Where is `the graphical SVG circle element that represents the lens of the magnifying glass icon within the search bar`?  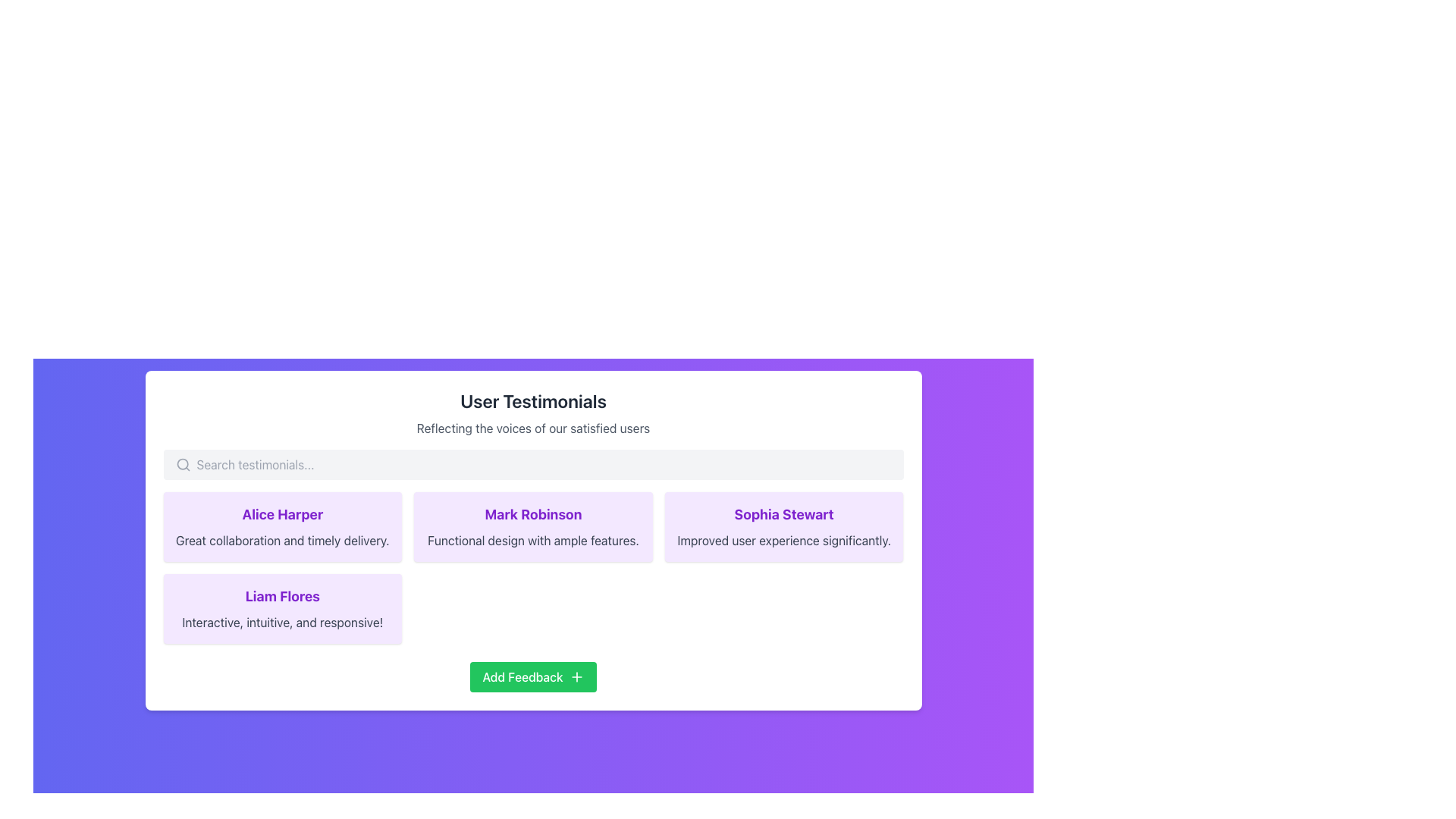 the graphical SVG circle element that represents the lens of the magnifying glass icon within the search bar is located at coordinates (182, 463).